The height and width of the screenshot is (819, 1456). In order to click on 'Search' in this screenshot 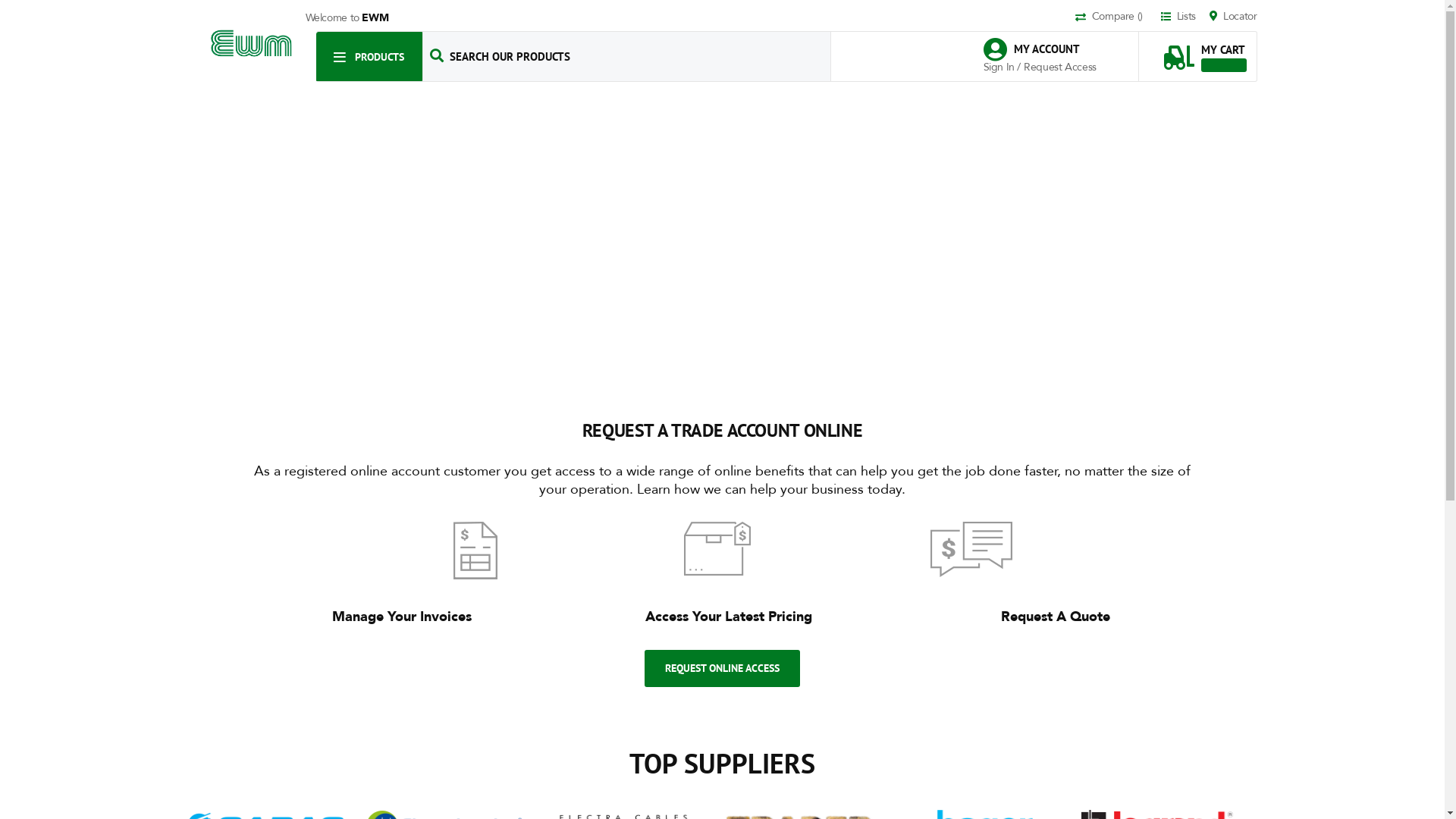, I will do `click(436, 55)`.